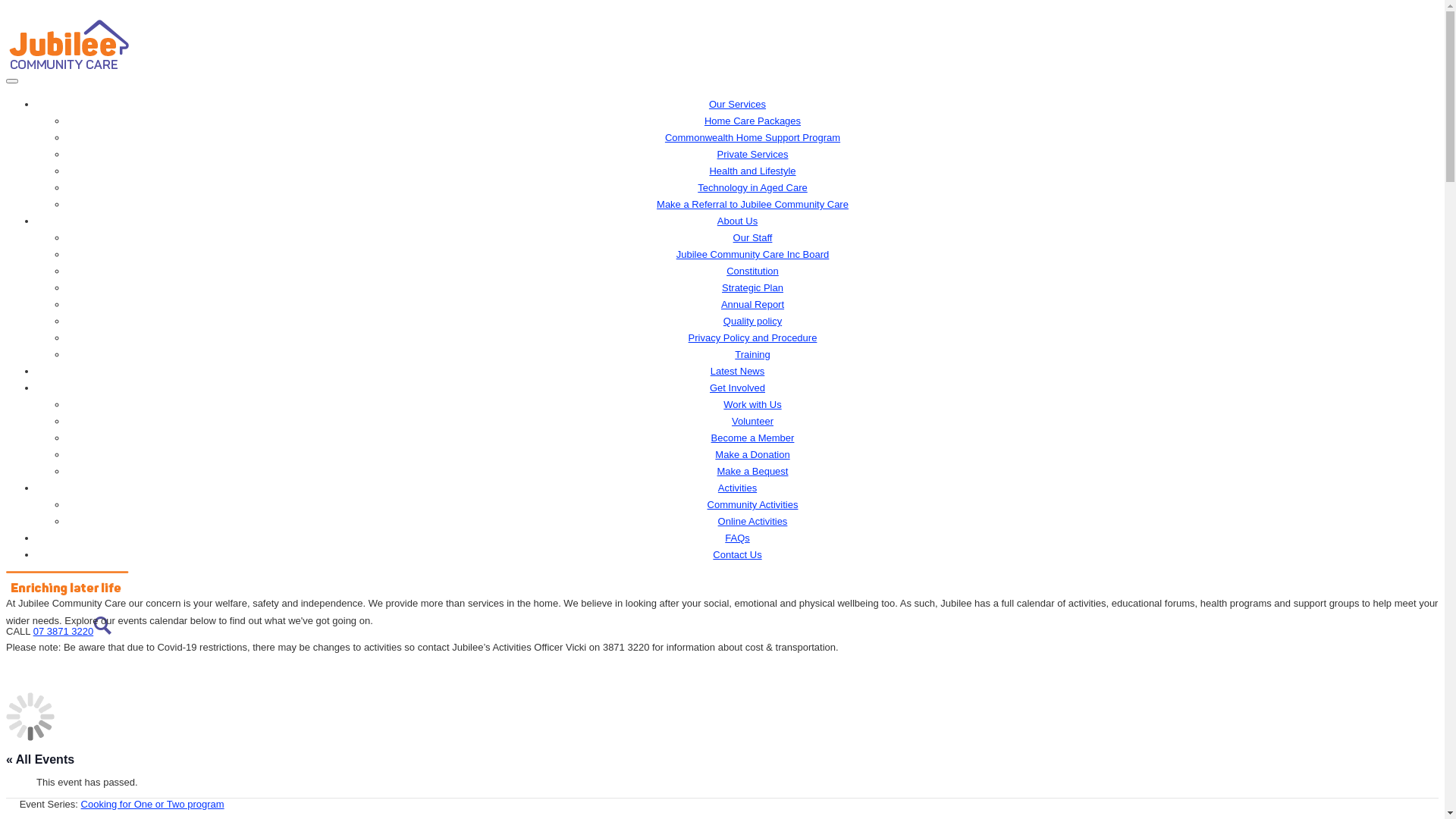  Describe the element at coordinates (716, 221) in the screenshot. I see `'About Us'` at that location.